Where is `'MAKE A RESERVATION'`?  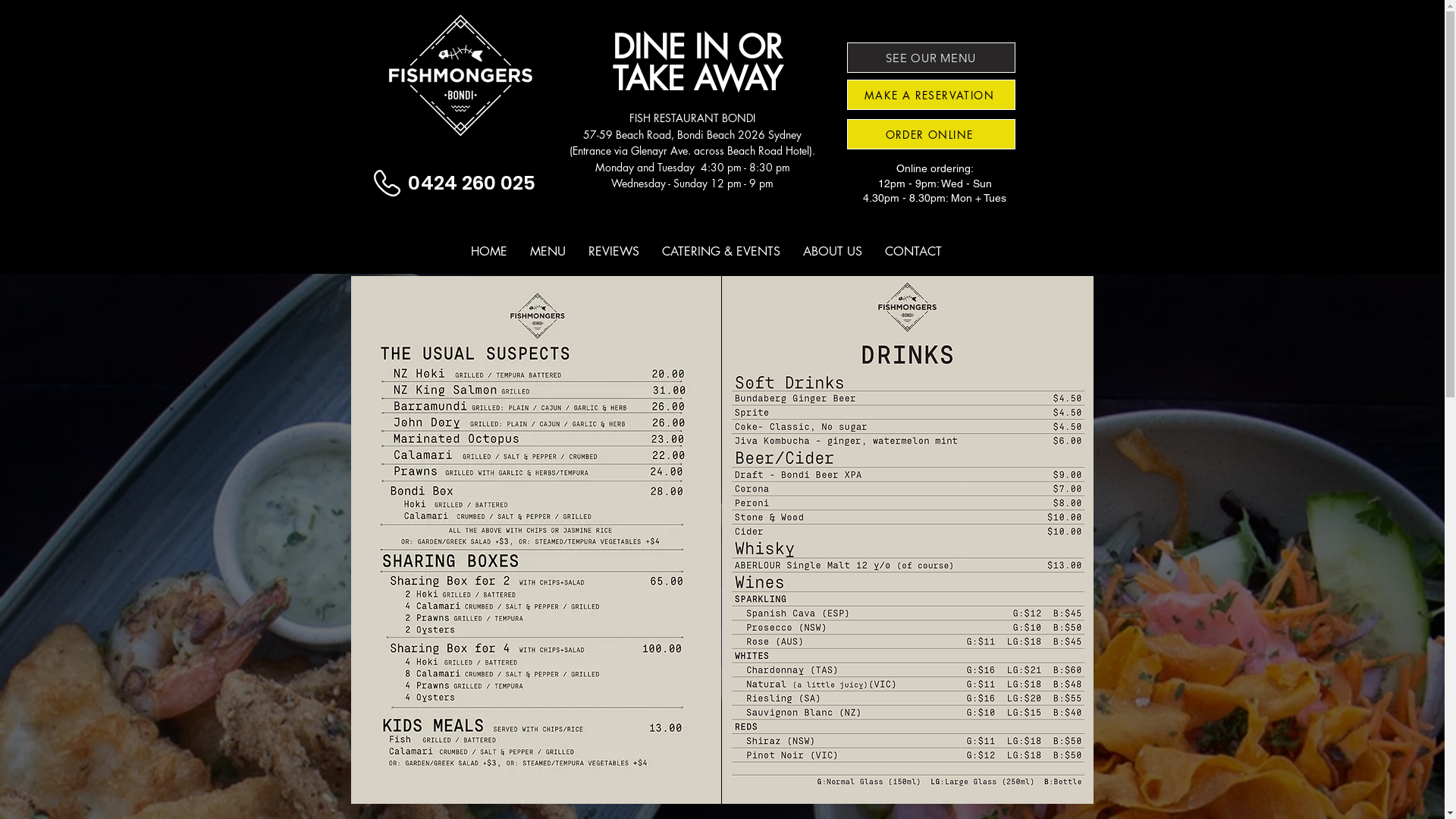
'MAKE A RESERVATION' is located at coordinates (930, 94).